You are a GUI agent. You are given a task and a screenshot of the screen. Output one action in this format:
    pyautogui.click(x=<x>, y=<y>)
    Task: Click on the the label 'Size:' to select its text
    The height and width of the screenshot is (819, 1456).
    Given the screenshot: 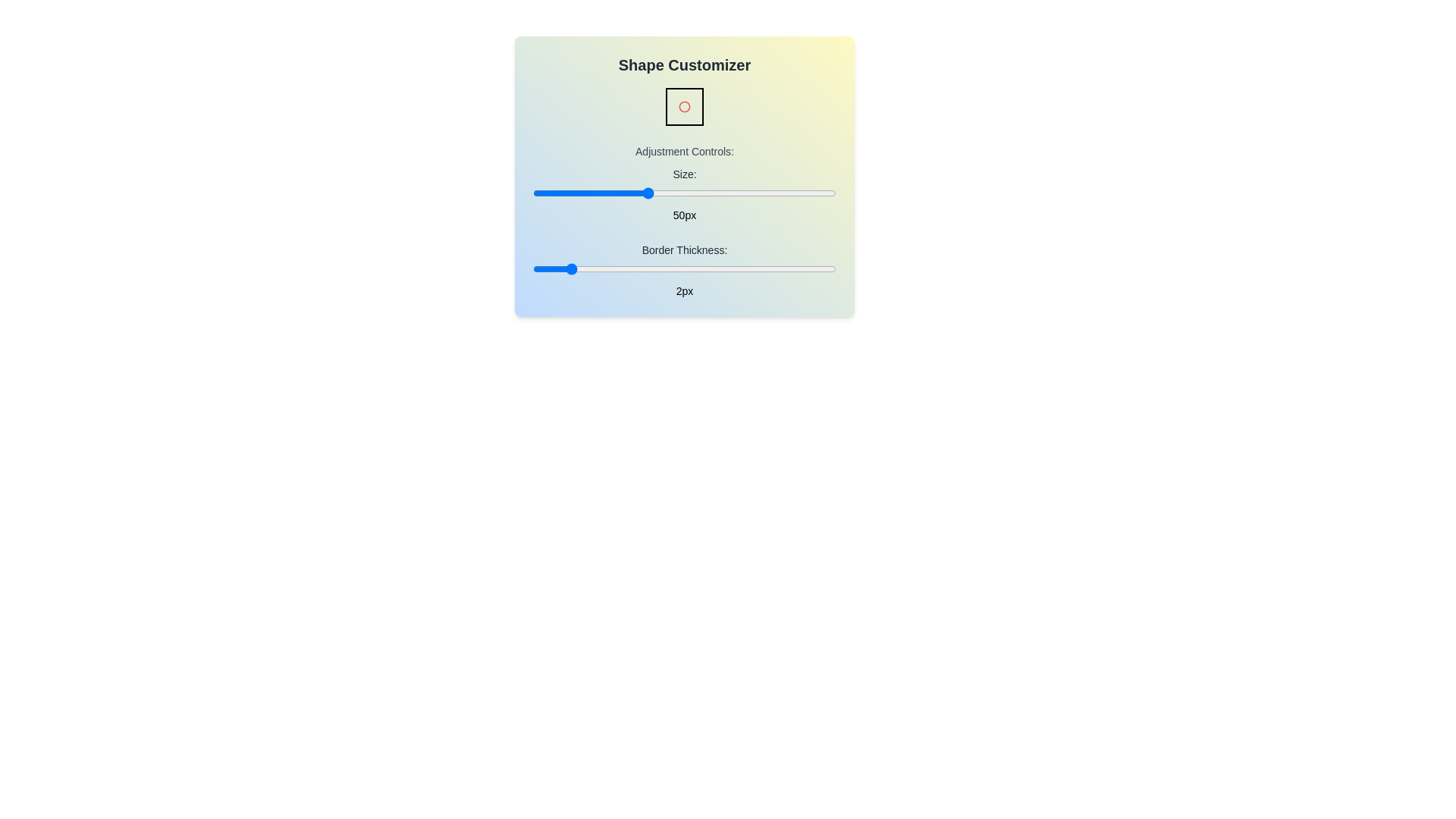 What is the action you would take?
    pyautogui.click(x=683, y=174)
    